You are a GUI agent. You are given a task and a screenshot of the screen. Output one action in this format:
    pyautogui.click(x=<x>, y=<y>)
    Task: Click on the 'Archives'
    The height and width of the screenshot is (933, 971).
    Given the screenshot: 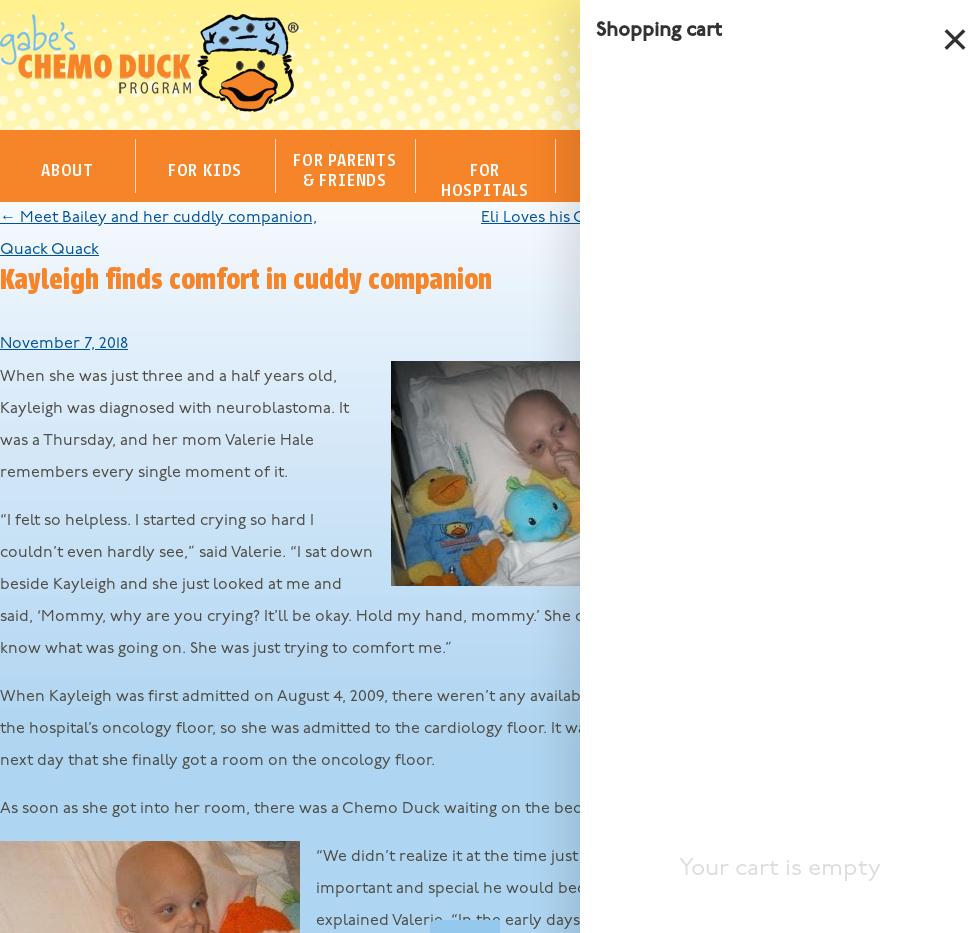 What is the action you would take?
    pyautogui.click(x=768, y=538)
    